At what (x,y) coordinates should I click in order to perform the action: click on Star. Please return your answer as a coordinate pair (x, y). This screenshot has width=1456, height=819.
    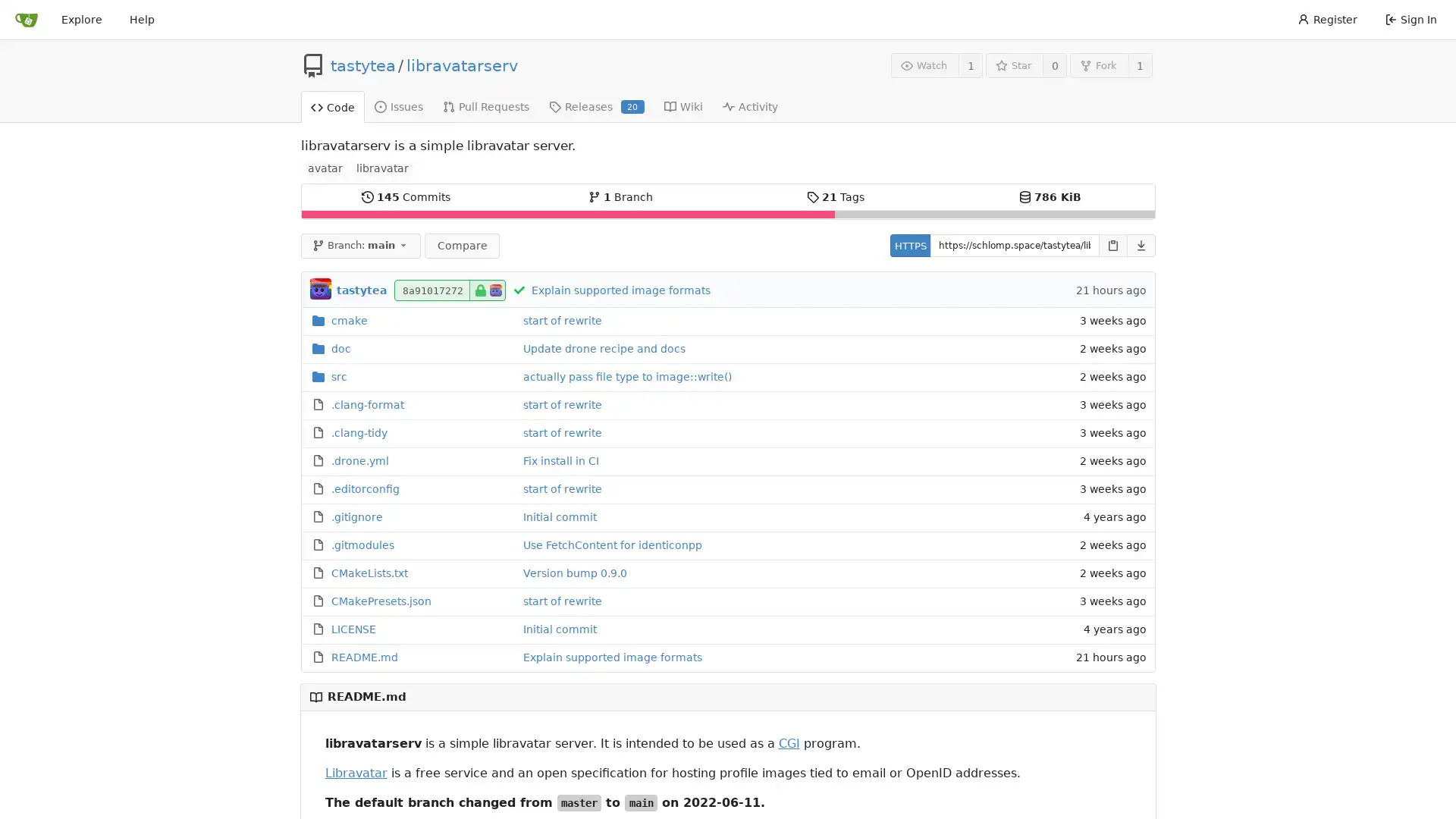
    Looking at the image, I should click on (1014, 64).